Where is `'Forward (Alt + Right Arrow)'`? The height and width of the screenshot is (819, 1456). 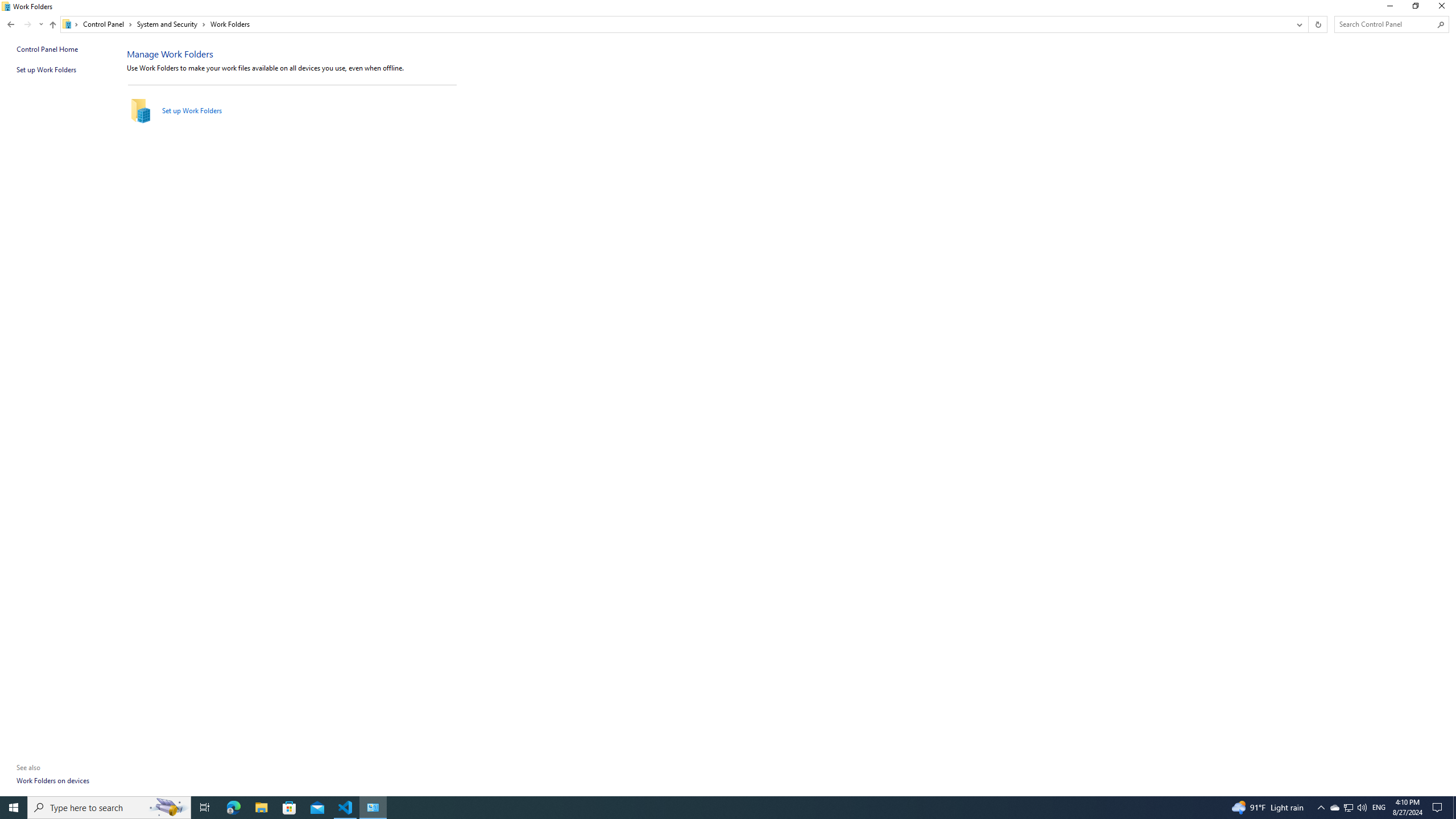 'Forward (Alt + Right Arrow)' is located at coordinates (27, 24).